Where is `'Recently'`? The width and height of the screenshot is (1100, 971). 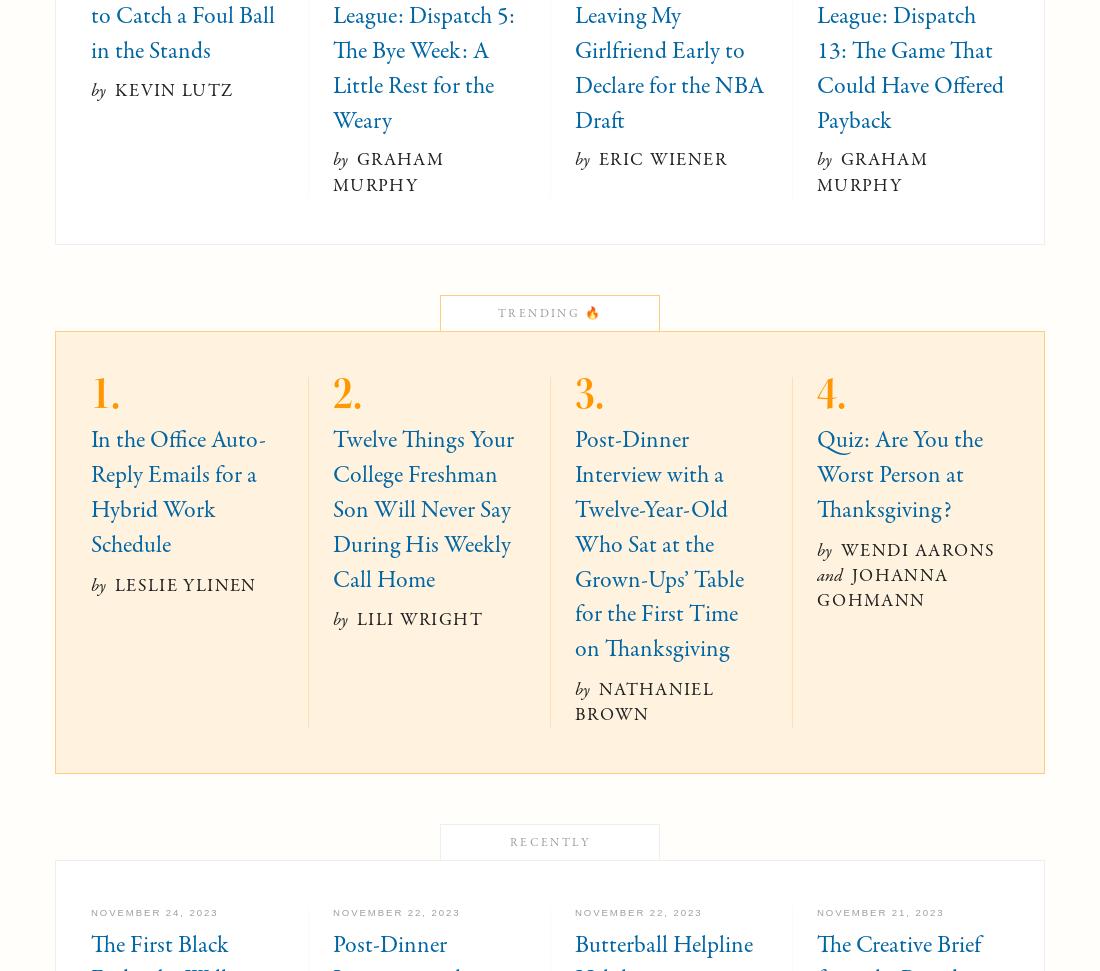 'Recently' is located at coordinates (549, 842).